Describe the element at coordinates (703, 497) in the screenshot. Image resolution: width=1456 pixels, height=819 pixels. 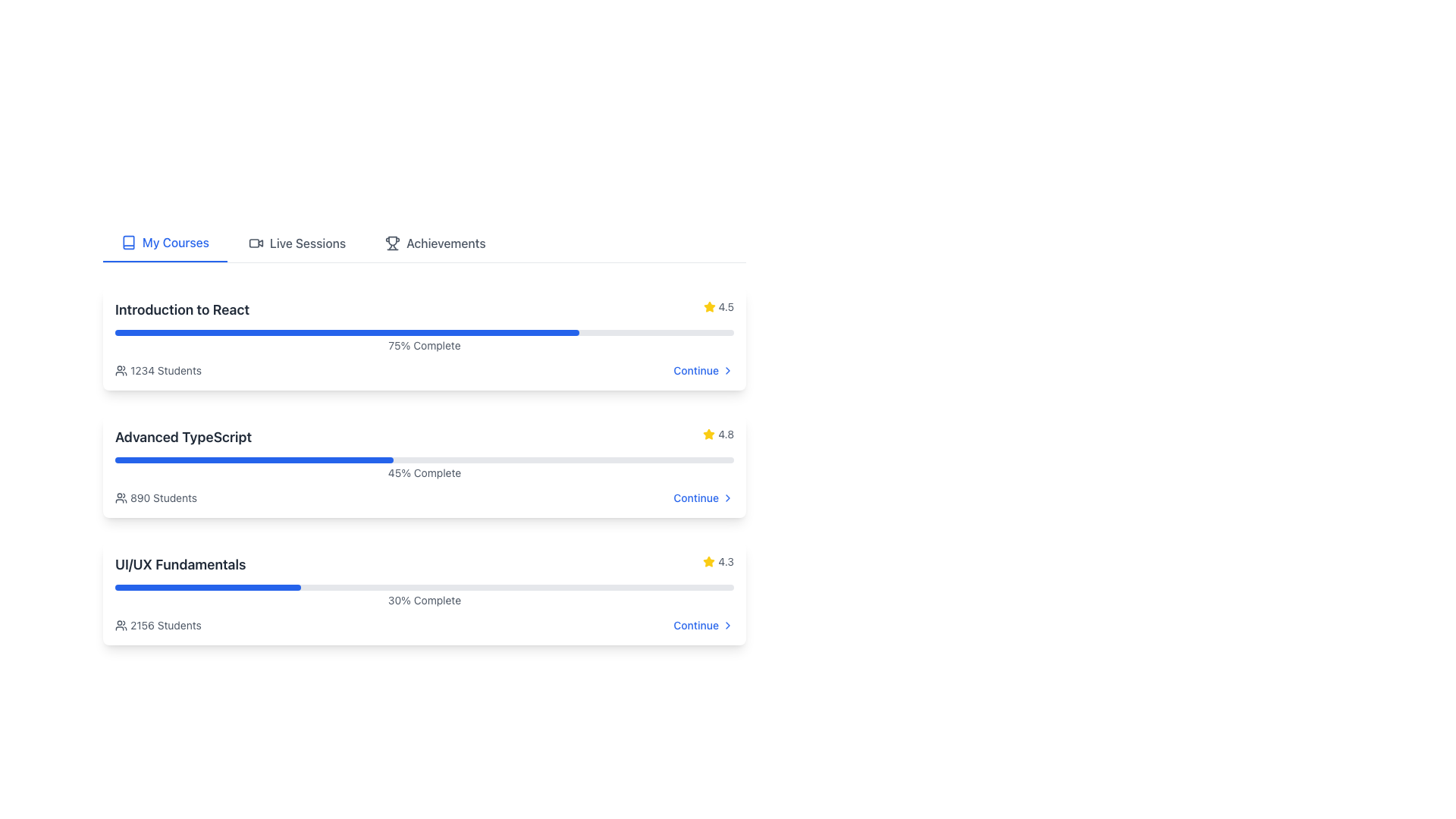
I see `the 'Continue' button in the 'Advanced TypeScript' section, which features a blue text label and a right arrow icon, indicating progression` at that location.